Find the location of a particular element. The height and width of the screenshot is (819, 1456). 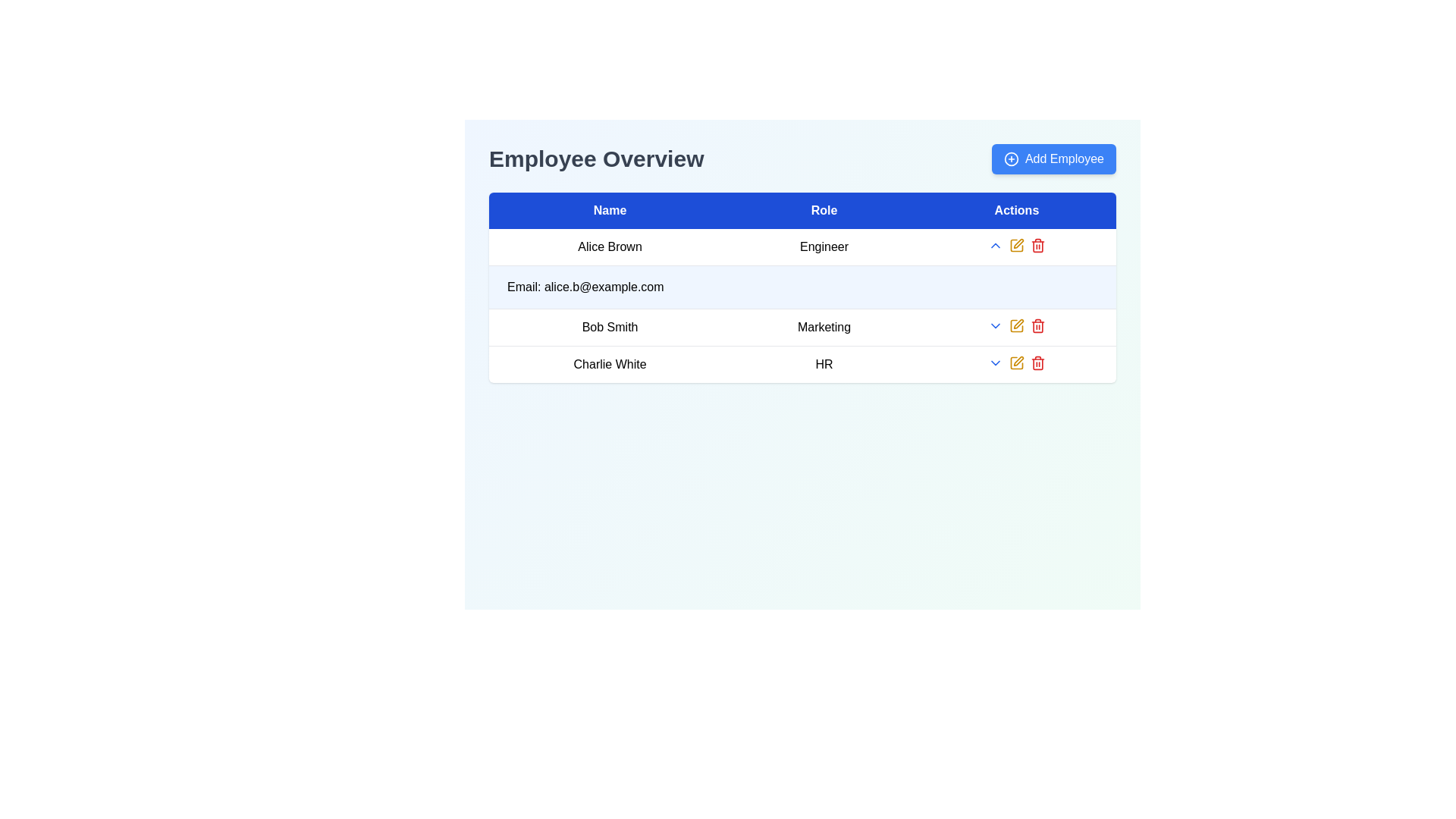

the small yellow pen icon in the 'Actions' column of the 'Bob Smith' row in the employee list table is located at coordinates (1016, 325).